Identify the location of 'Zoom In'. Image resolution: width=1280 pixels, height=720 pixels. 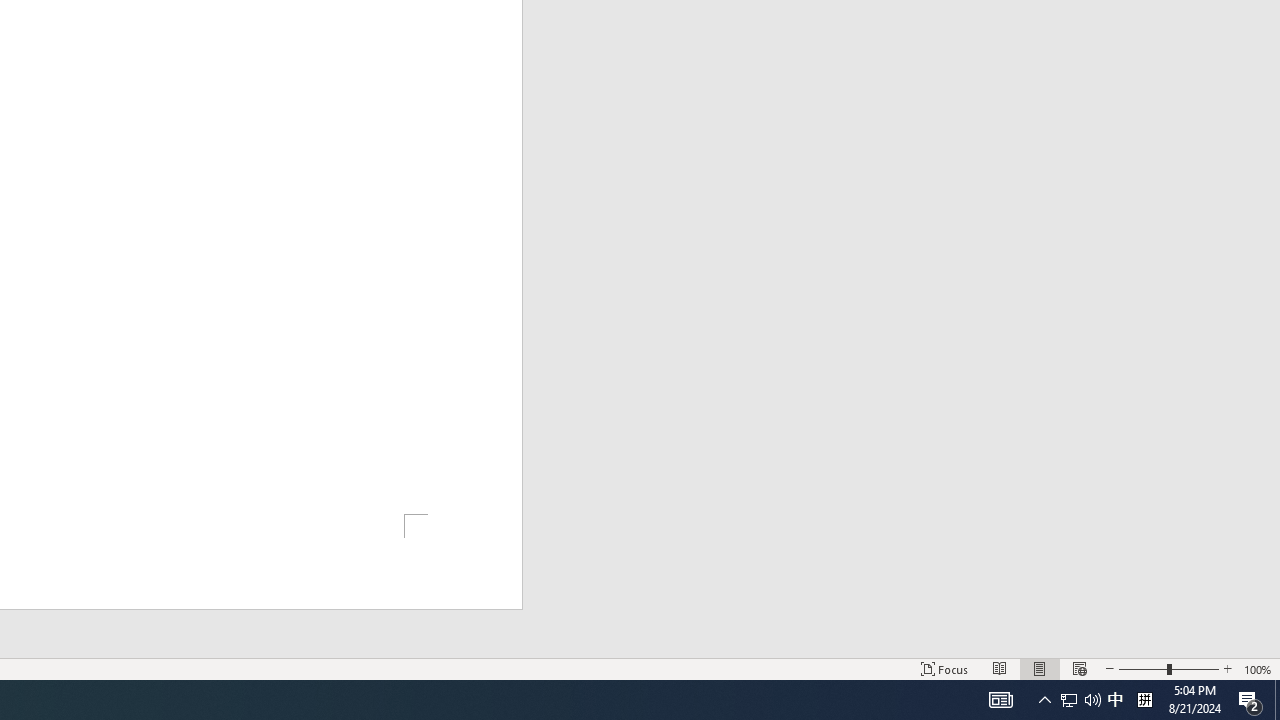
(1226, 669).